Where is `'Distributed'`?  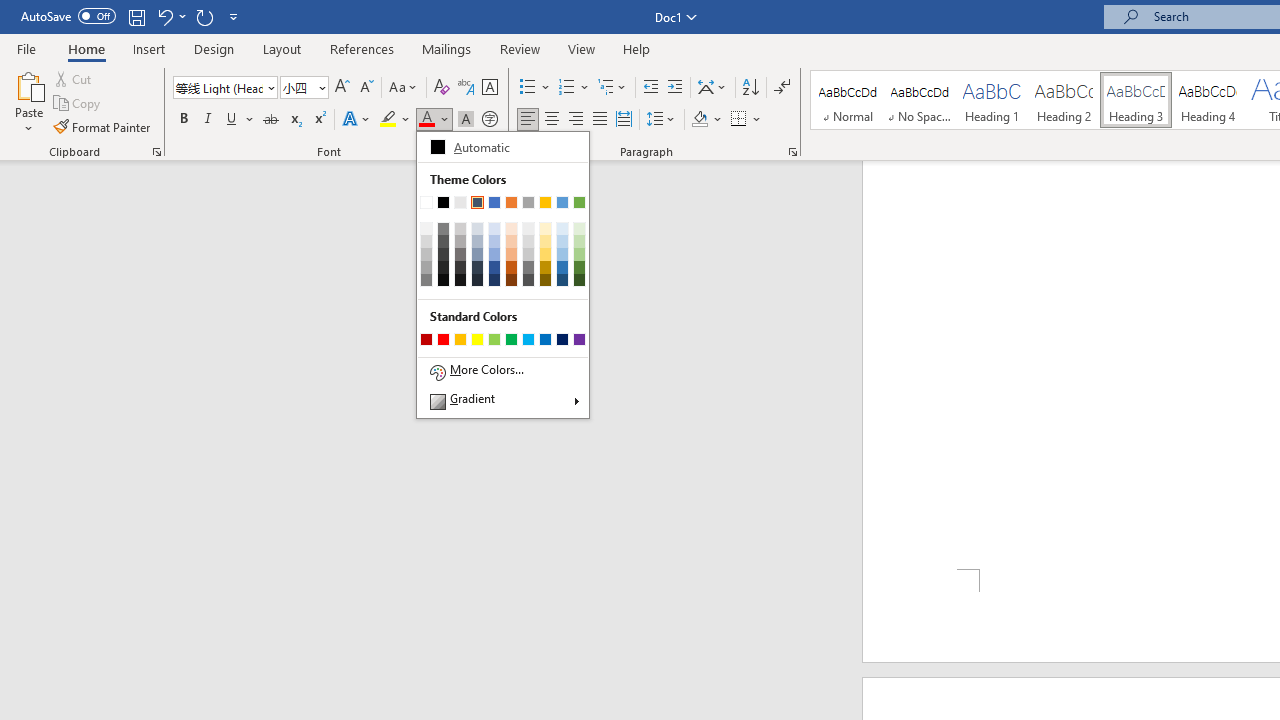
'Distributed' is located at coordinates (623, 119).